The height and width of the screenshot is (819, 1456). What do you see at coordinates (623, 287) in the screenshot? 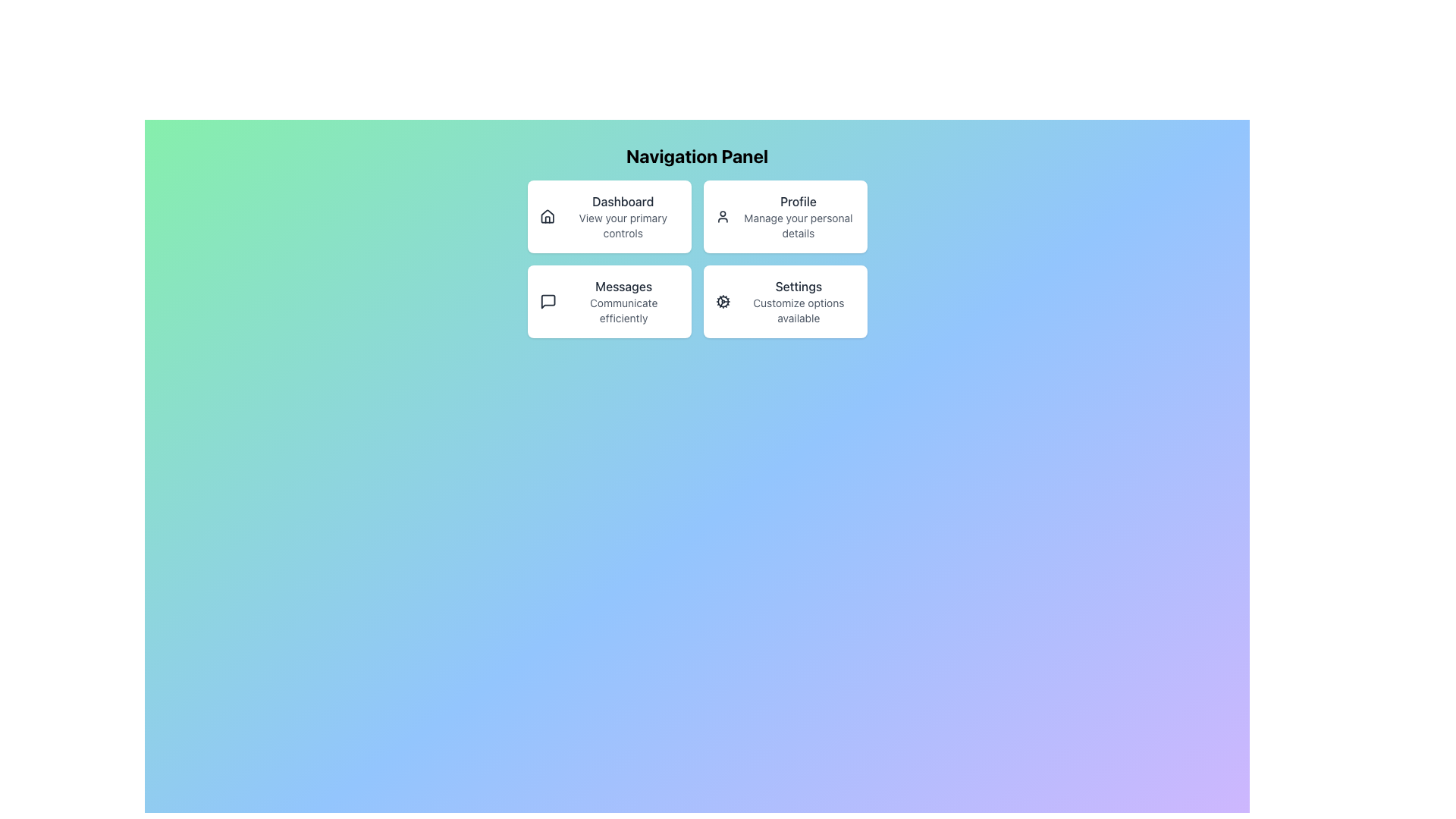
I see `the third panel of the dashboard grid associated with the 'Messages' text label, which is located above 'Communicate efficiently'` at bounding box center [623, 287].